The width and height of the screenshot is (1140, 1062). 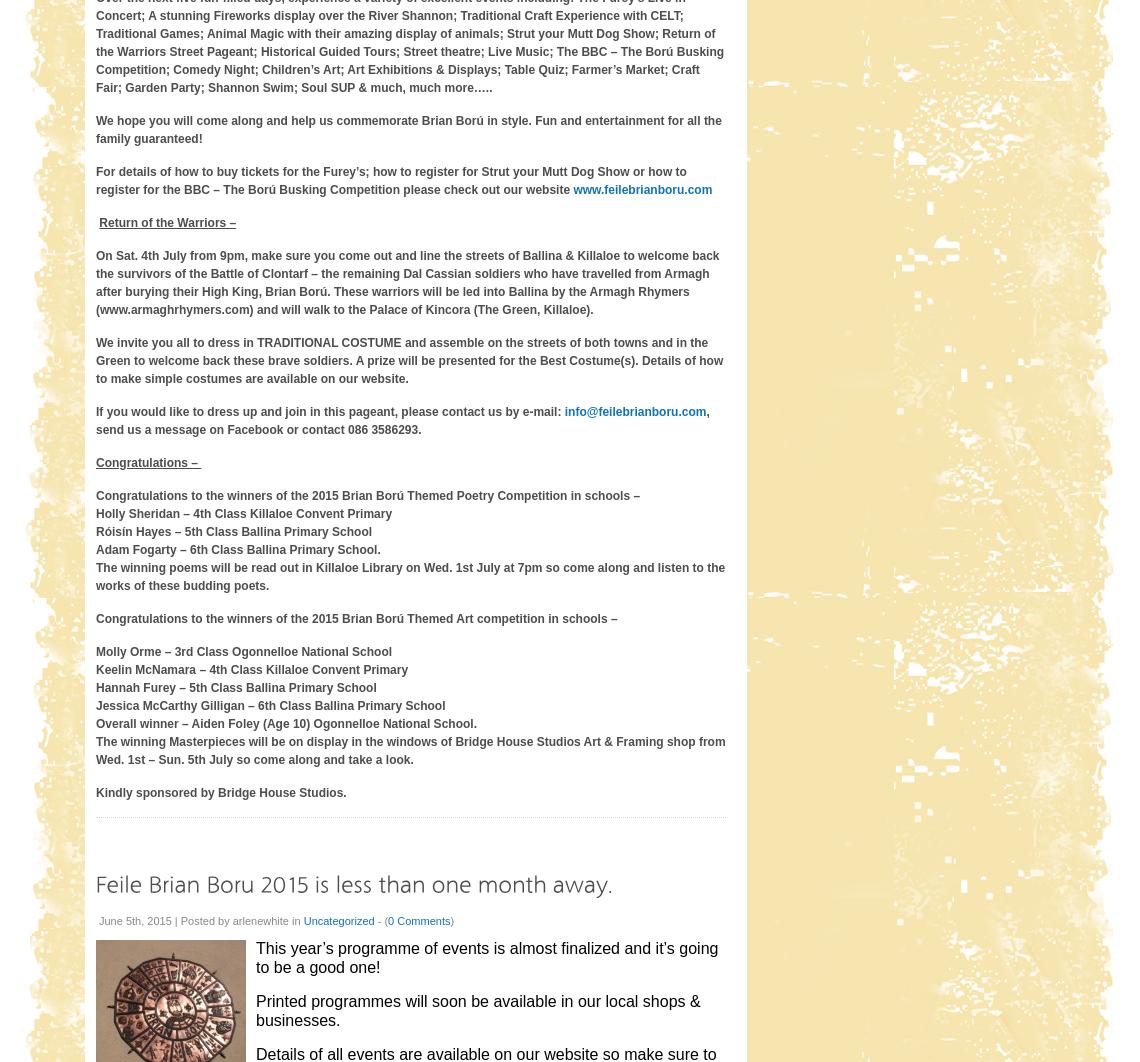 I want to click on 'On Sat. 4th July from 9pm, make sure you come out and line the streets of Ballina & Killaloe to welcome back the survivors of the Battle of Clontarf – the remaining Dal Cassian soldiers who have travelled from Armagh after burying their High King, Brian Ború. These warriors will be led into Ballina by the Armagh Rhymers (www.armaghrhymers.com) and will walk to the Palace of Kincora (The Green, Killaloe).', so click(x=94, y=280).